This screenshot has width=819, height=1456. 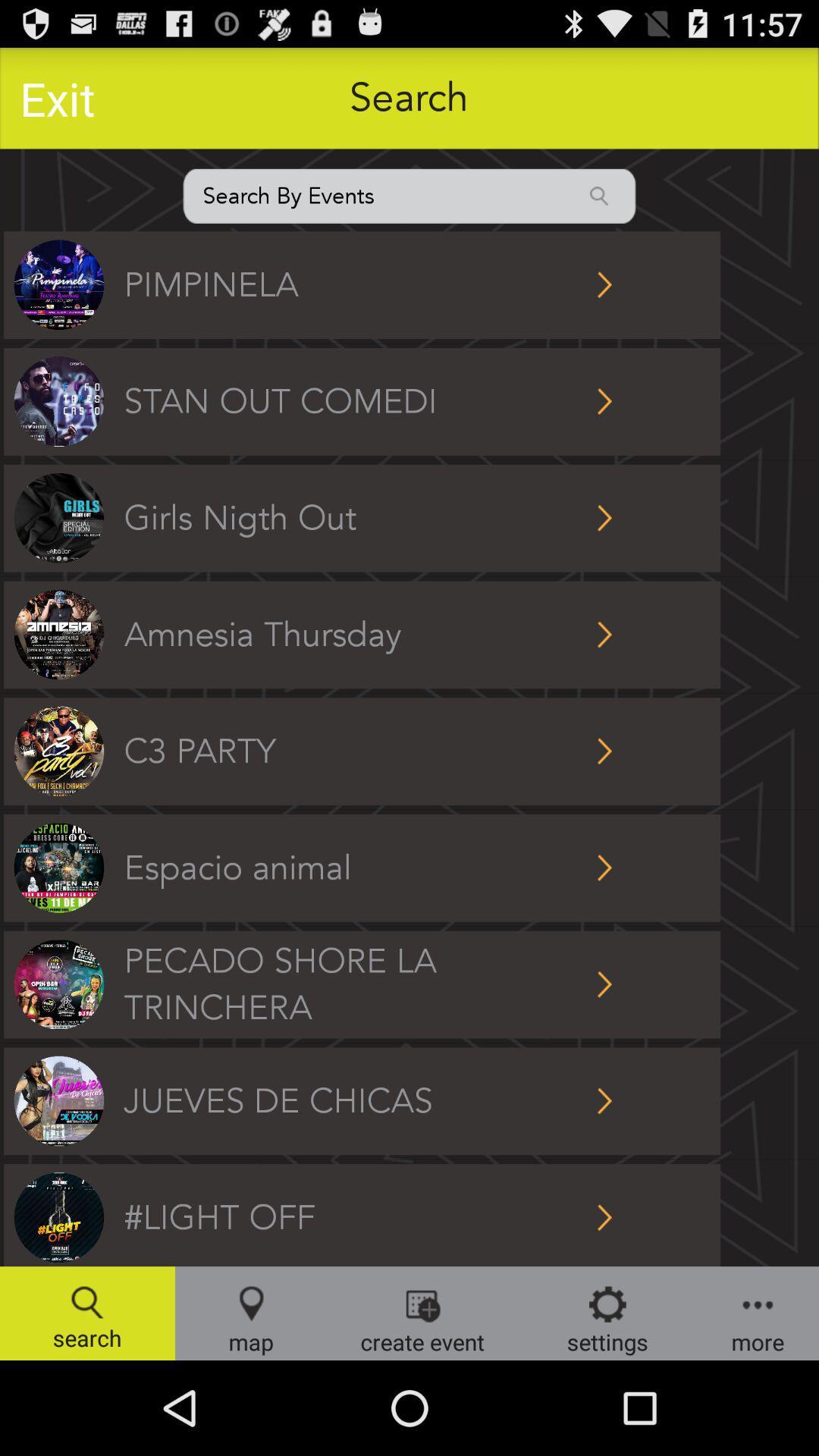 I want to click on search, so click(x=409, y=195).